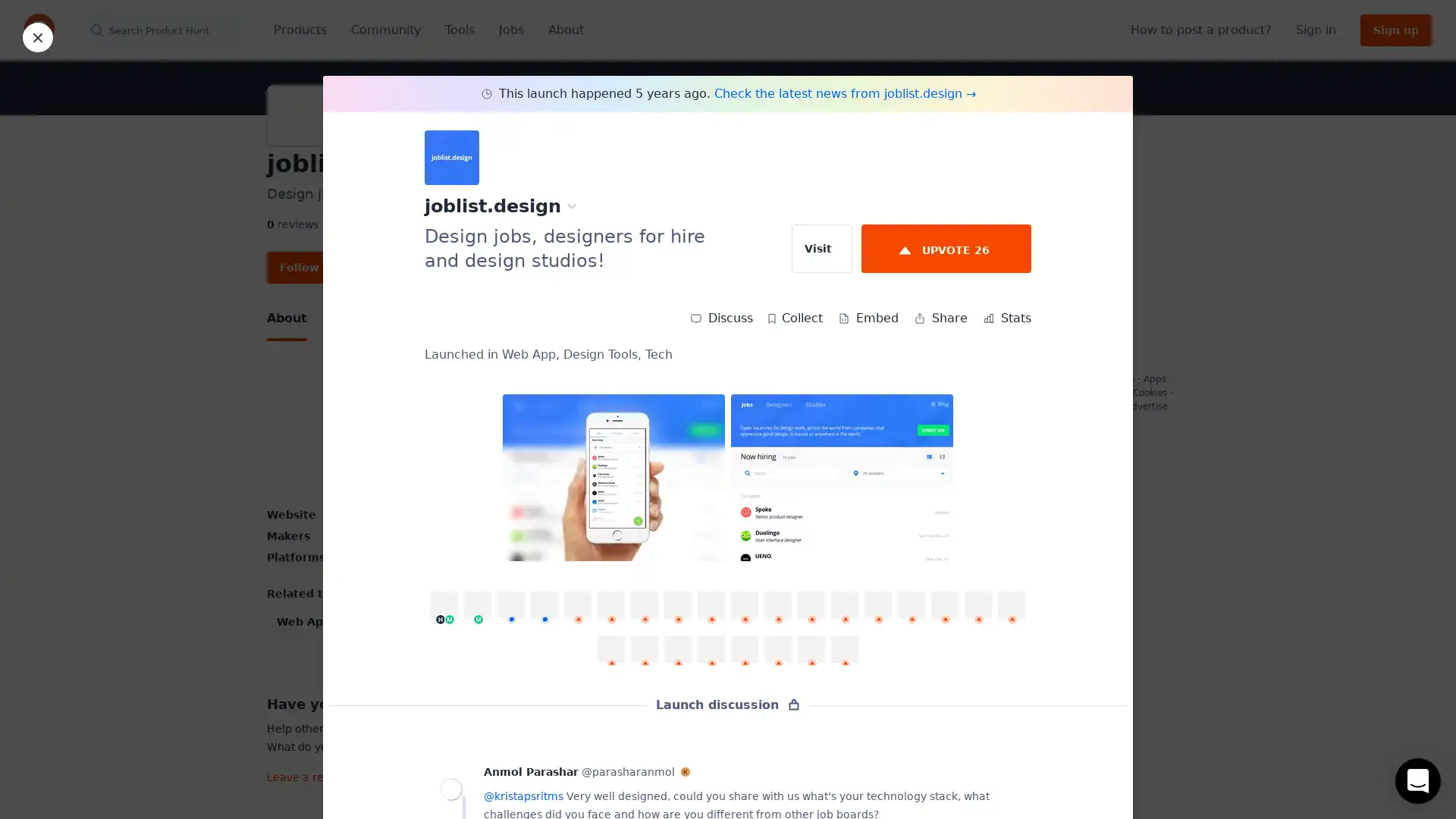 This screenshot has height=819, width=1456. Describe the element at coordinates (570, 771) in the screenshot. I see `Leave a review` at that location.